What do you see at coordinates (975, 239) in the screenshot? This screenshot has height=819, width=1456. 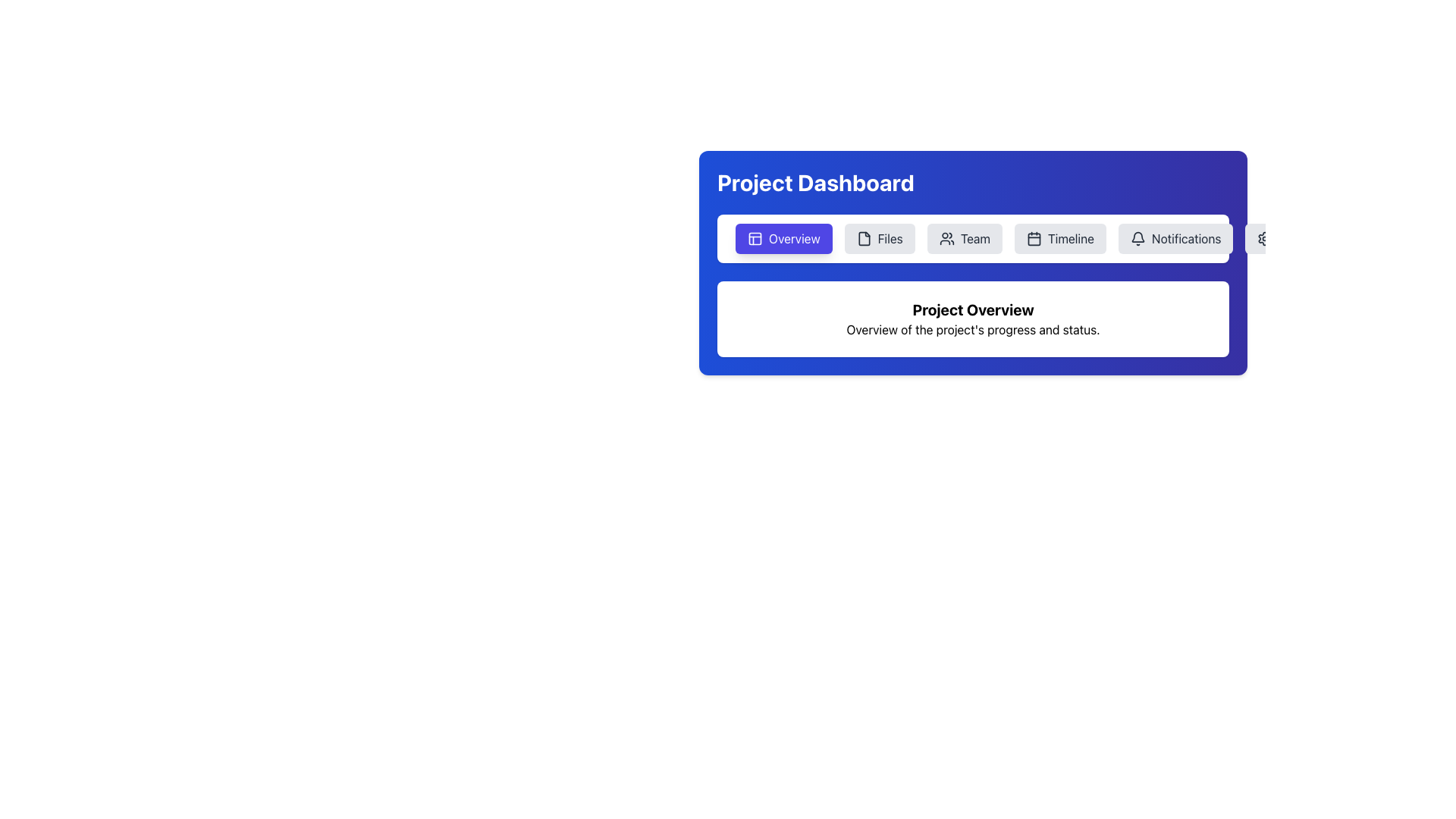 I see `the 'Team' text label within the navigation button` at bounding box center [975, 239].